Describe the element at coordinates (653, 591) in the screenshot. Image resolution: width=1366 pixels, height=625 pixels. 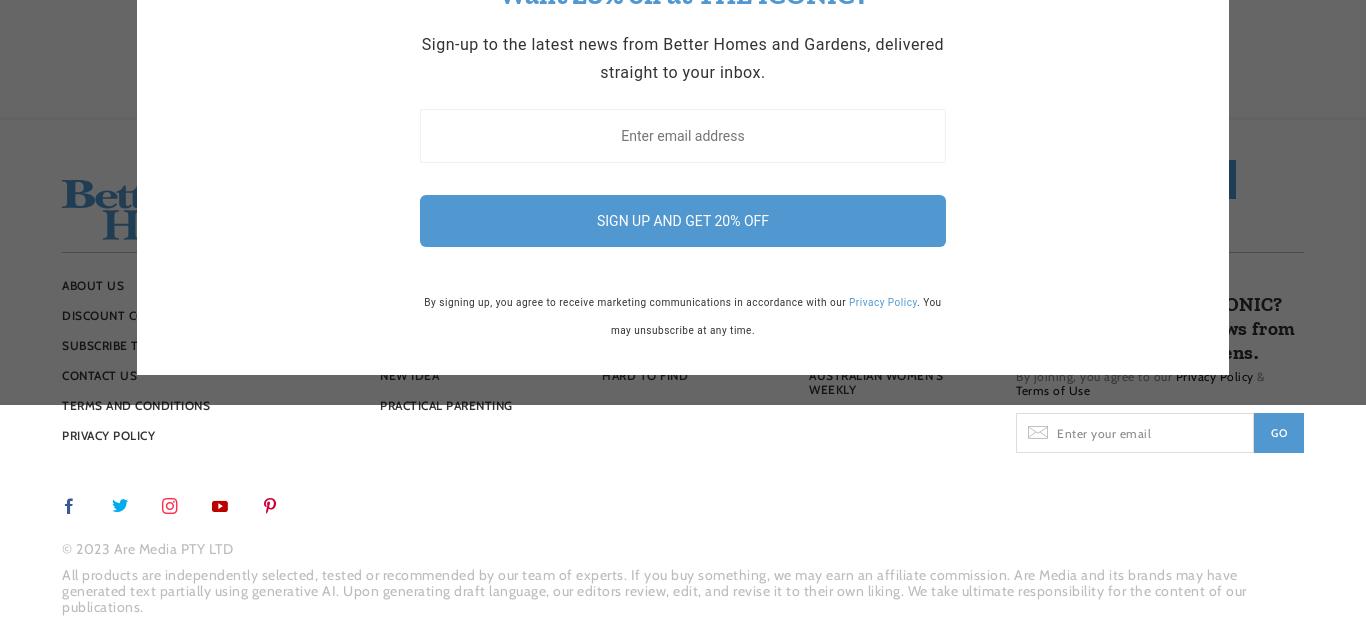
I see `'All products are independently selected, tested or recommended by our team of experts. If you buy something, we may earn an affiliate commission. 
        Are Media and its brands may have generated text partially using generative AI. Upon generating draft language, our editors review, edit, and revise it to their own liking. We take ultimate responsibility for the content of our publications.'` at that location.